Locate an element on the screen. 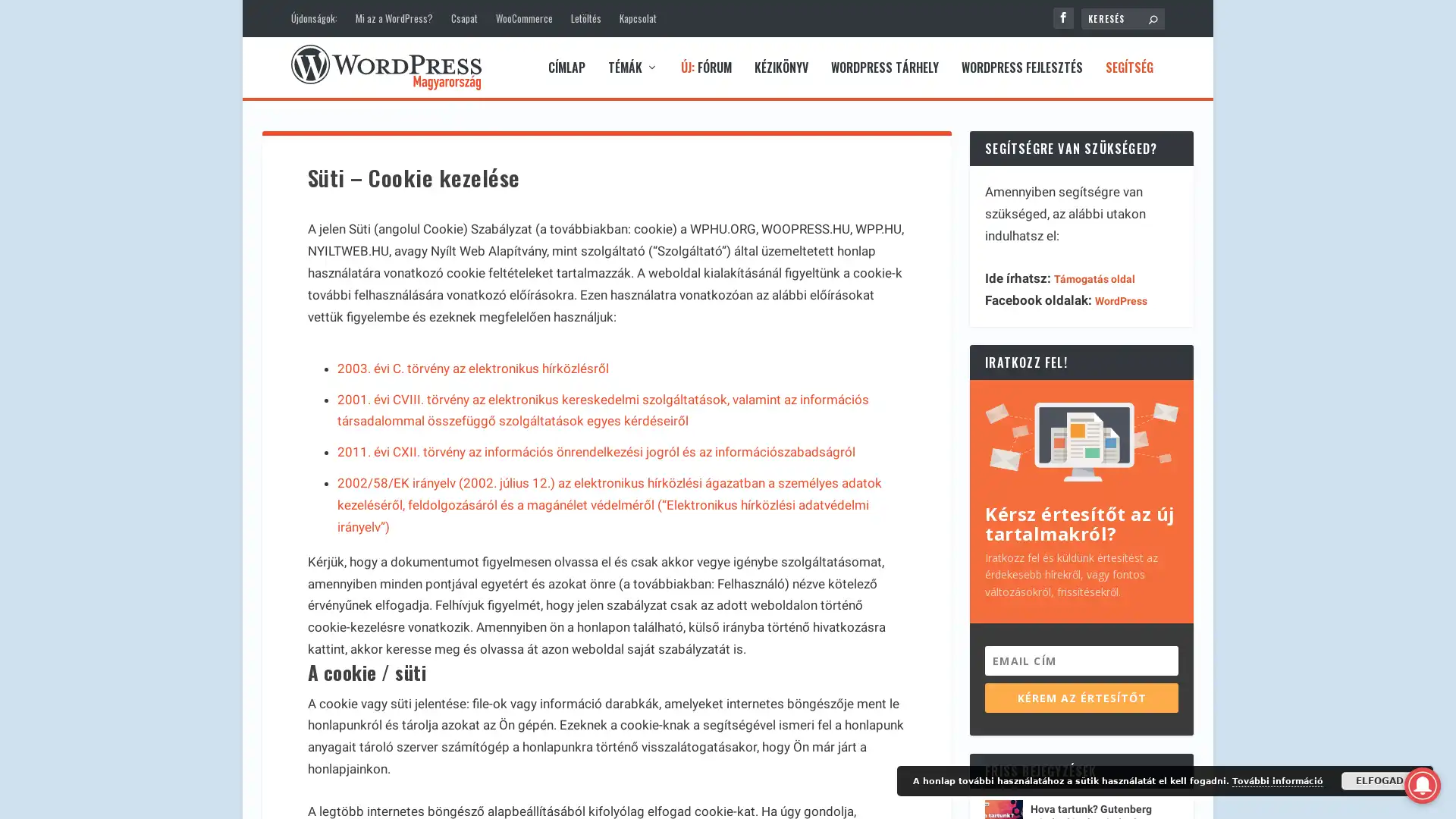  KEREM AZ ERTESITOT is located at coordinates (1081, 697).